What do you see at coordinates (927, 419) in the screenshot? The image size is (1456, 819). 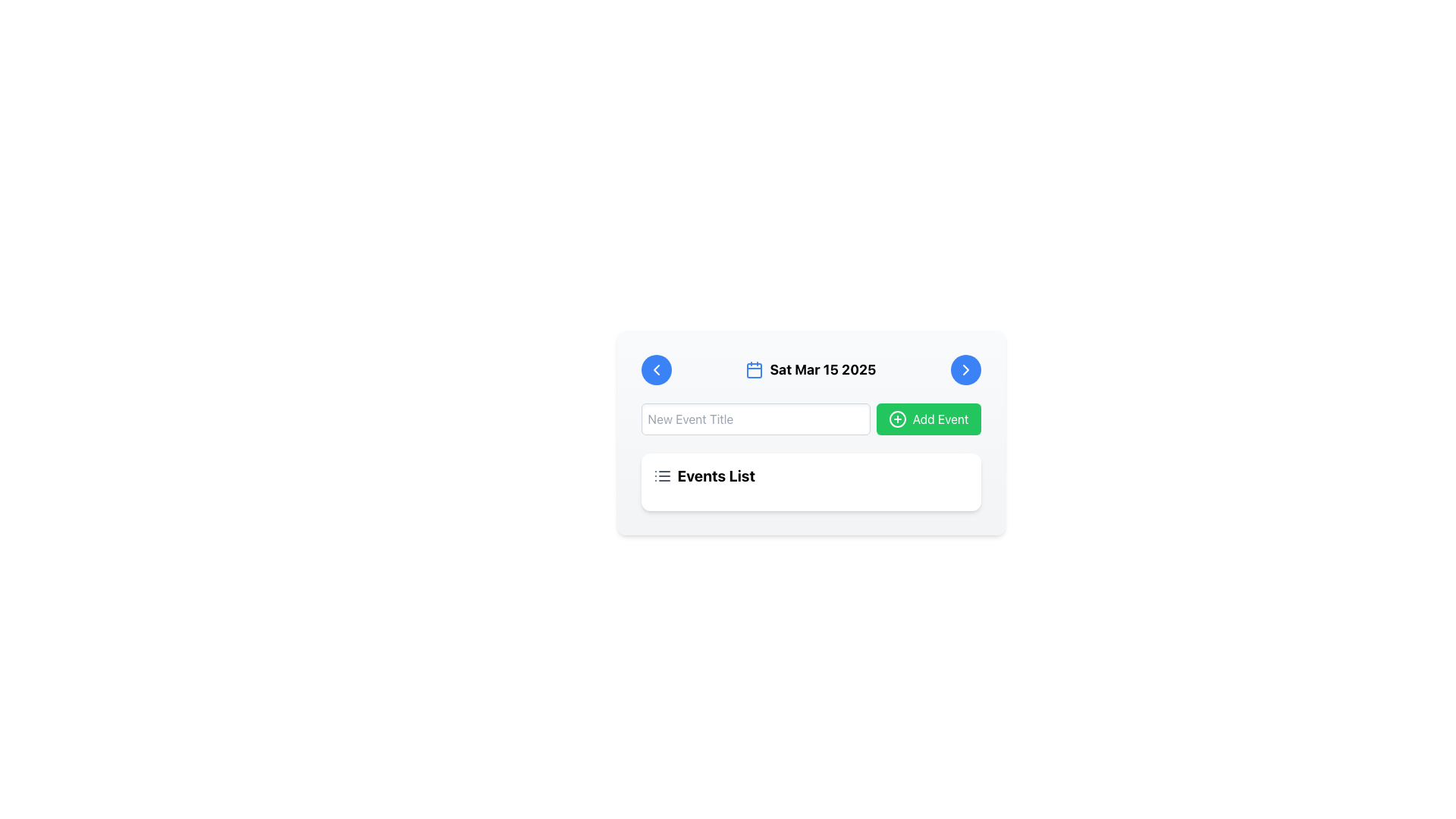 I see `the button that adds a new event, located to the right of the 'New Event Title' input field, to activate its hover styles` at bounding box center [927, 419].